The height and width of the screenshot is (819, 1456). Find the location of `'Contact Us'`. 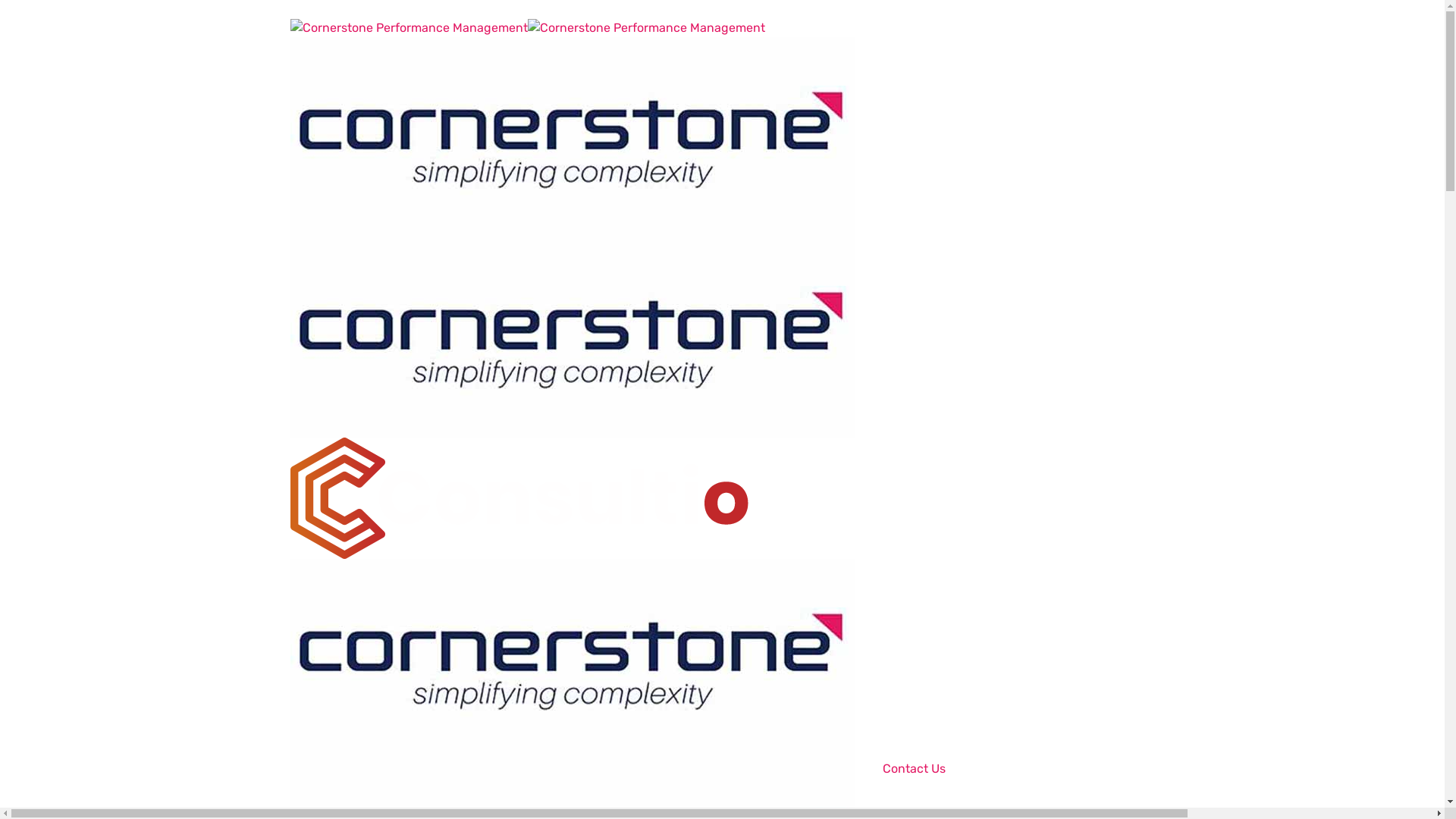

'Contact Us' is located at coordinates (913, 769).